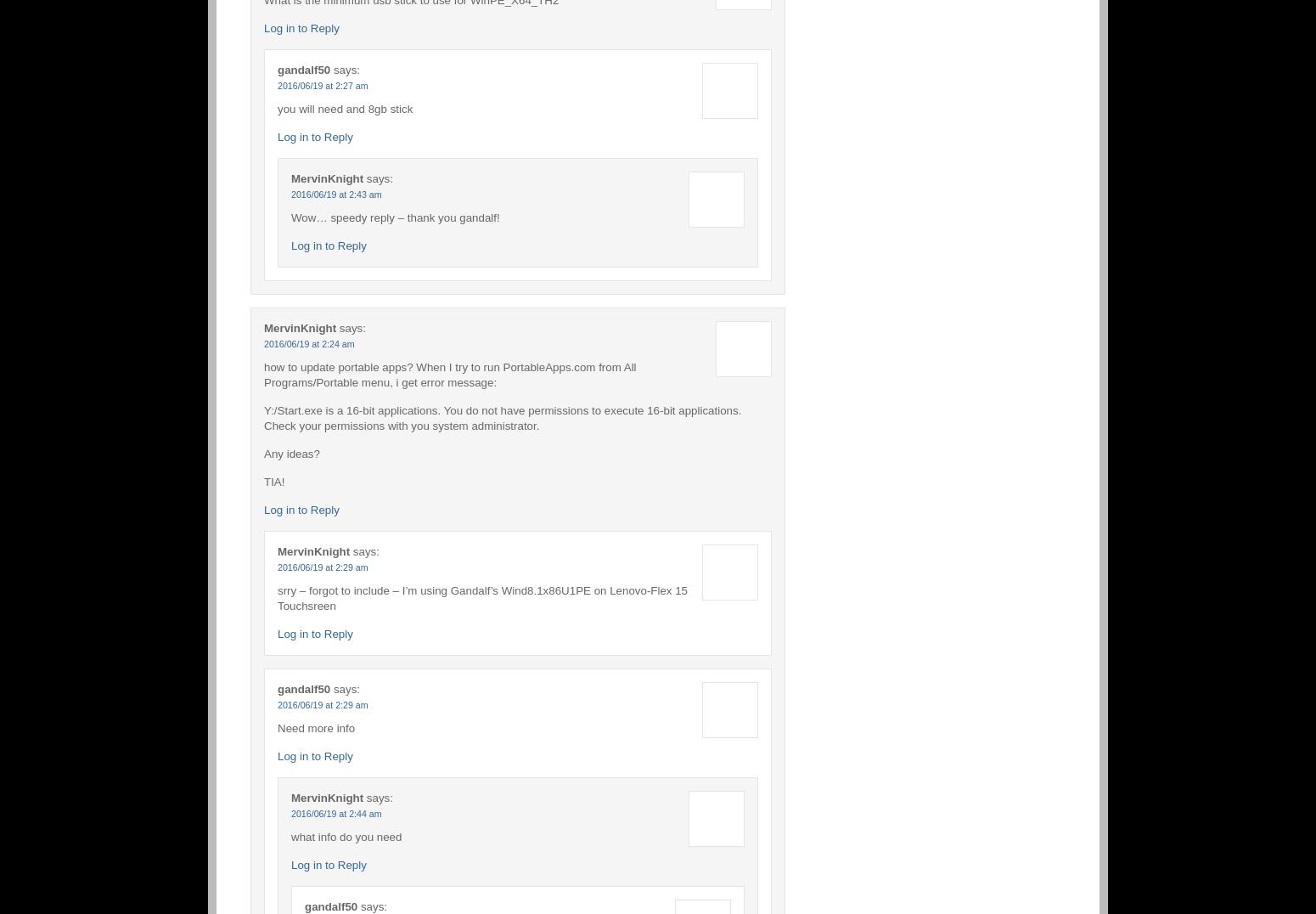 This screenshot has height=914, width=1316. I want to click on '2016/06/19 at 2:44 am', so click(336, 812).